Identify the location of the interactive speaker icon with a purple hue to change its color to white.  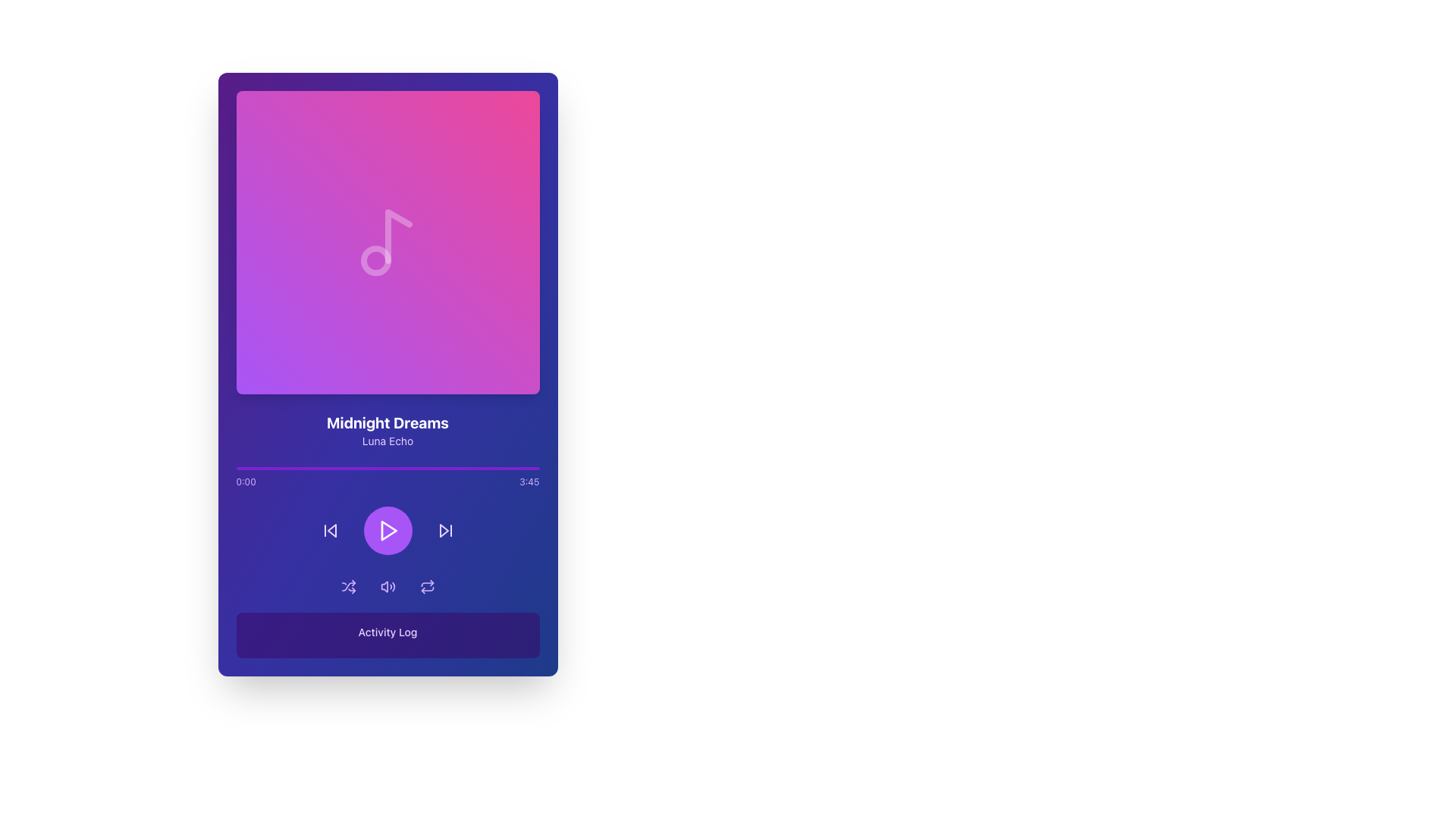
(388, 586).